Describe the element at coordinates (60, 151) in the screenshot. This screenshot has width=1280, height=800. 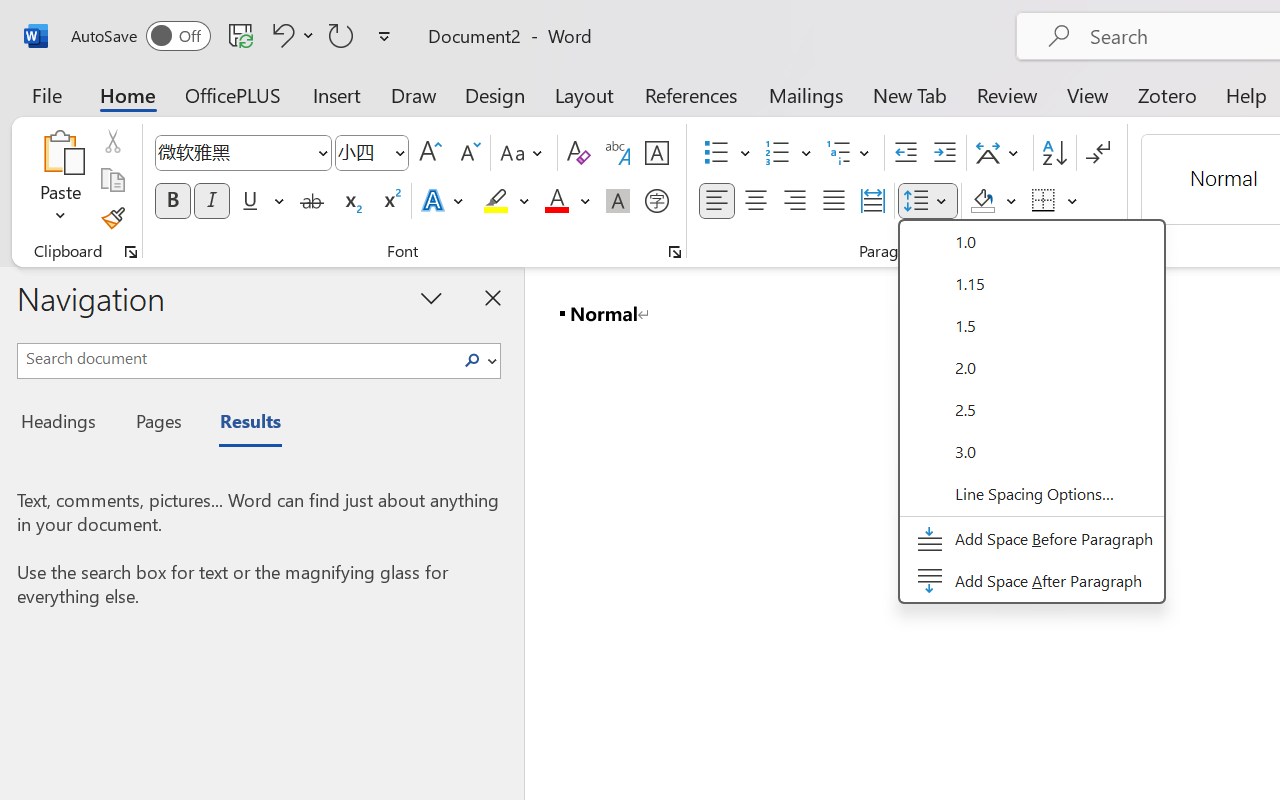
I see `'Paste'` at that location.